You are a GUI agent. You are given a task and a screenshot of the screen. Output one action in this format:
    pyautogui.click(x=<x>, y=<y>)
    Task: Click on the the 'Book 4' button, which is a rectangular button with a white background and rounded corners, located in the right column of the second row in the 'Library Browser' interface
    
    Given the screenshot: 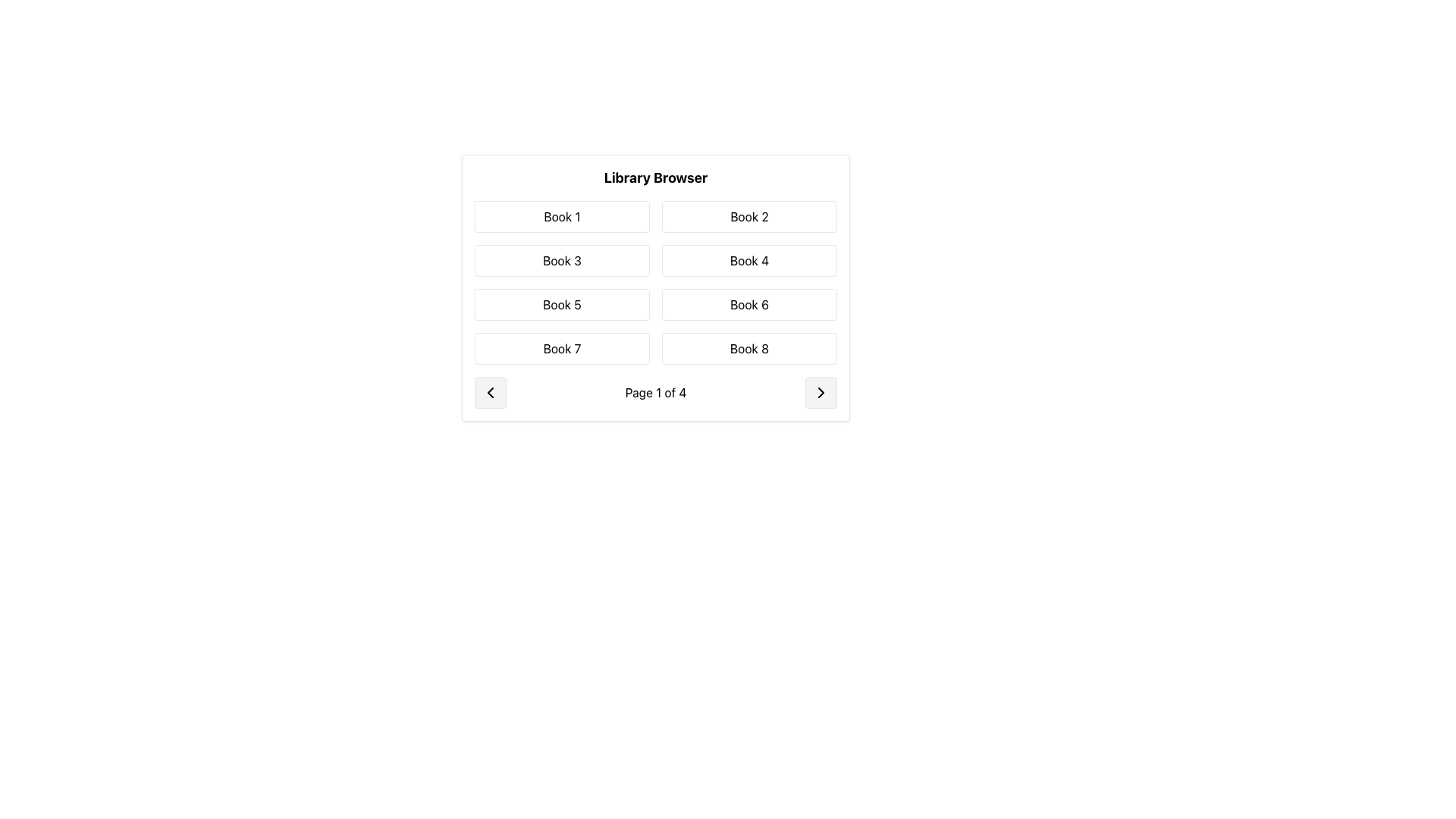 What is the action you would take?
    pyautogui.click(x=749, y=259)
    